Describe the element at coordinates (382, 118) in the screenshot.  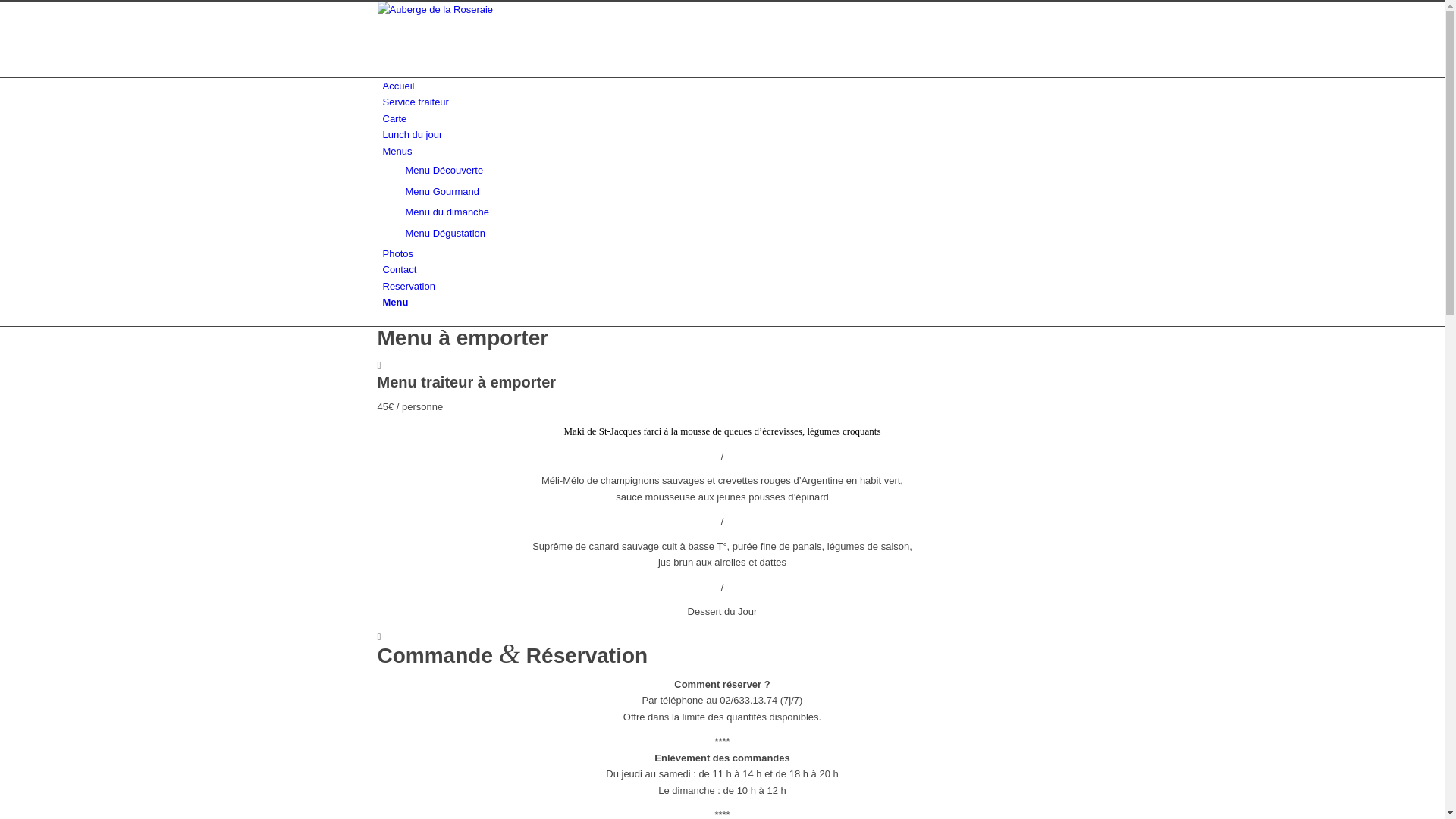
I see `'Carte'` at that location.